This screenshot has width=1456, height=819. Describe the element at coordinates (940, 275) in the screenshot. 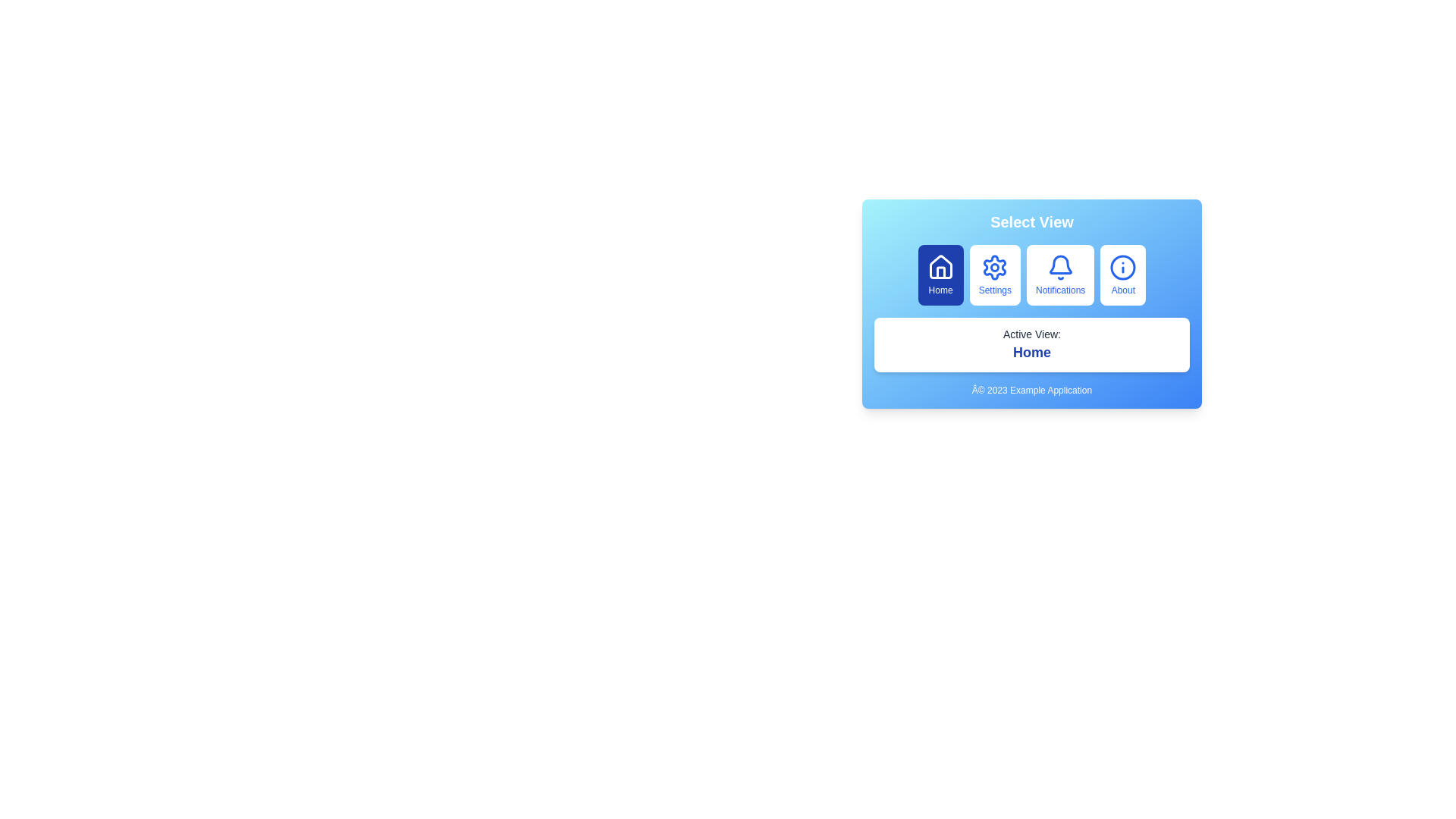

I see `the button labeled 'Home' to observe the hover effect` at that location.